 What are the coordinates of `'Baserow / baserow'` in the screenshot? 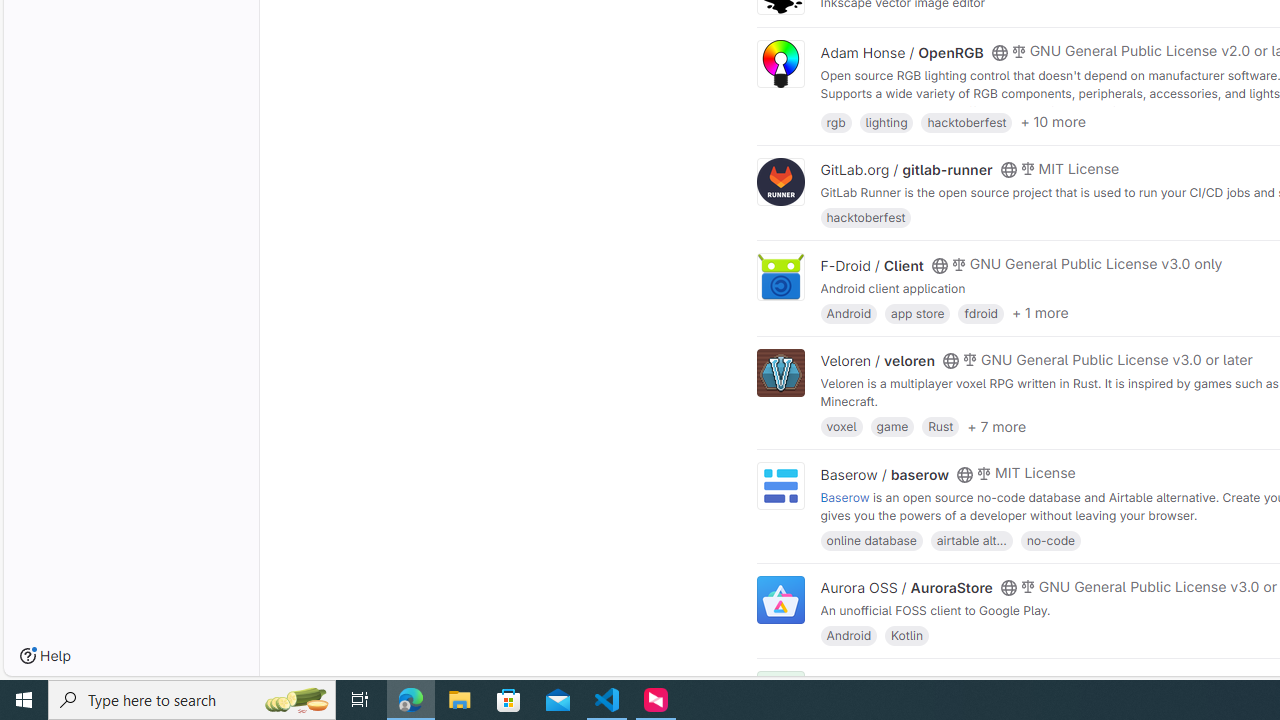 It's located at (884, 474).